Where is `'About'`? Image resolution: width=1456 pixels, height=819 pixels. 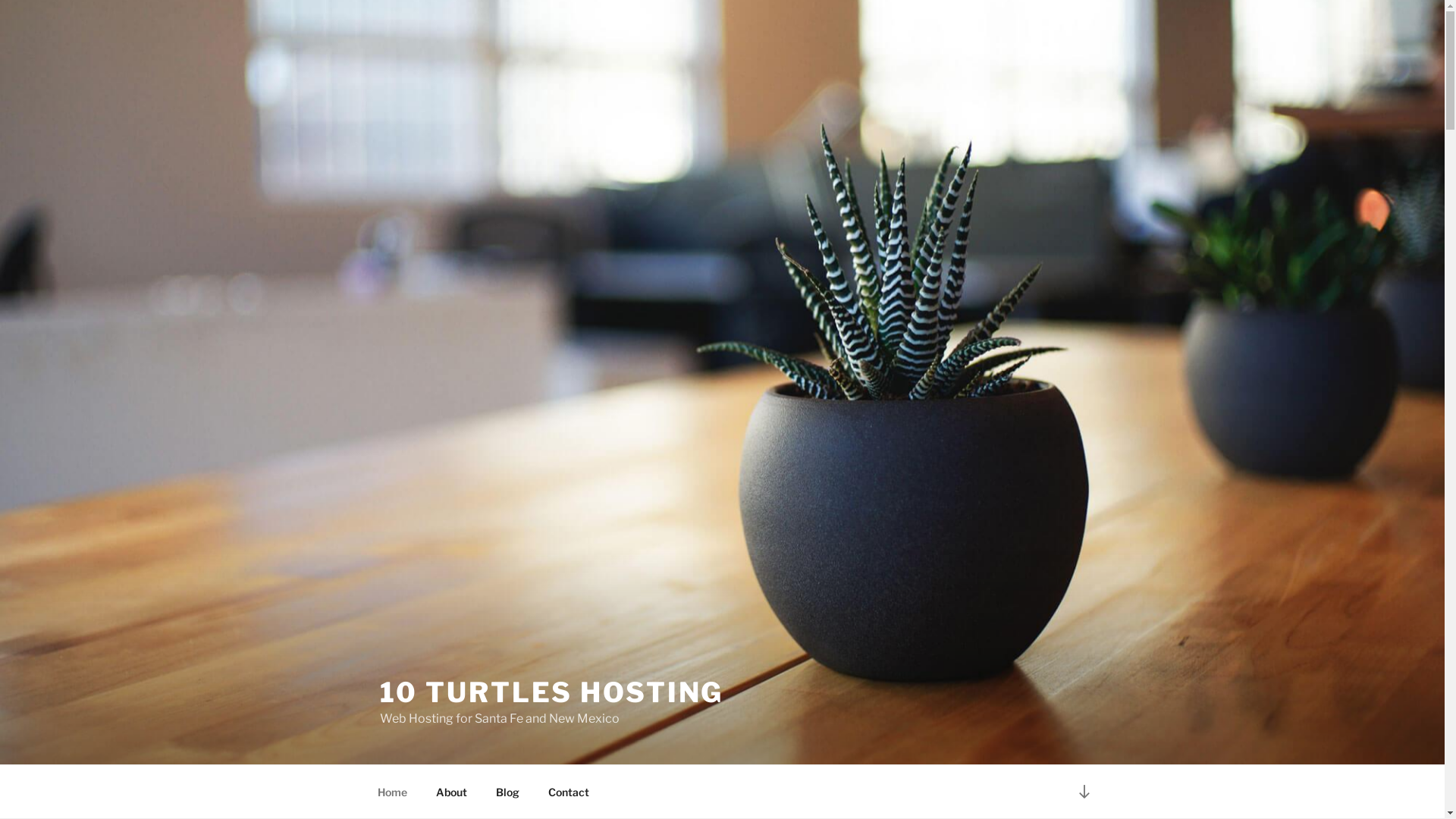 'About' is located at coordinates (422, 791).